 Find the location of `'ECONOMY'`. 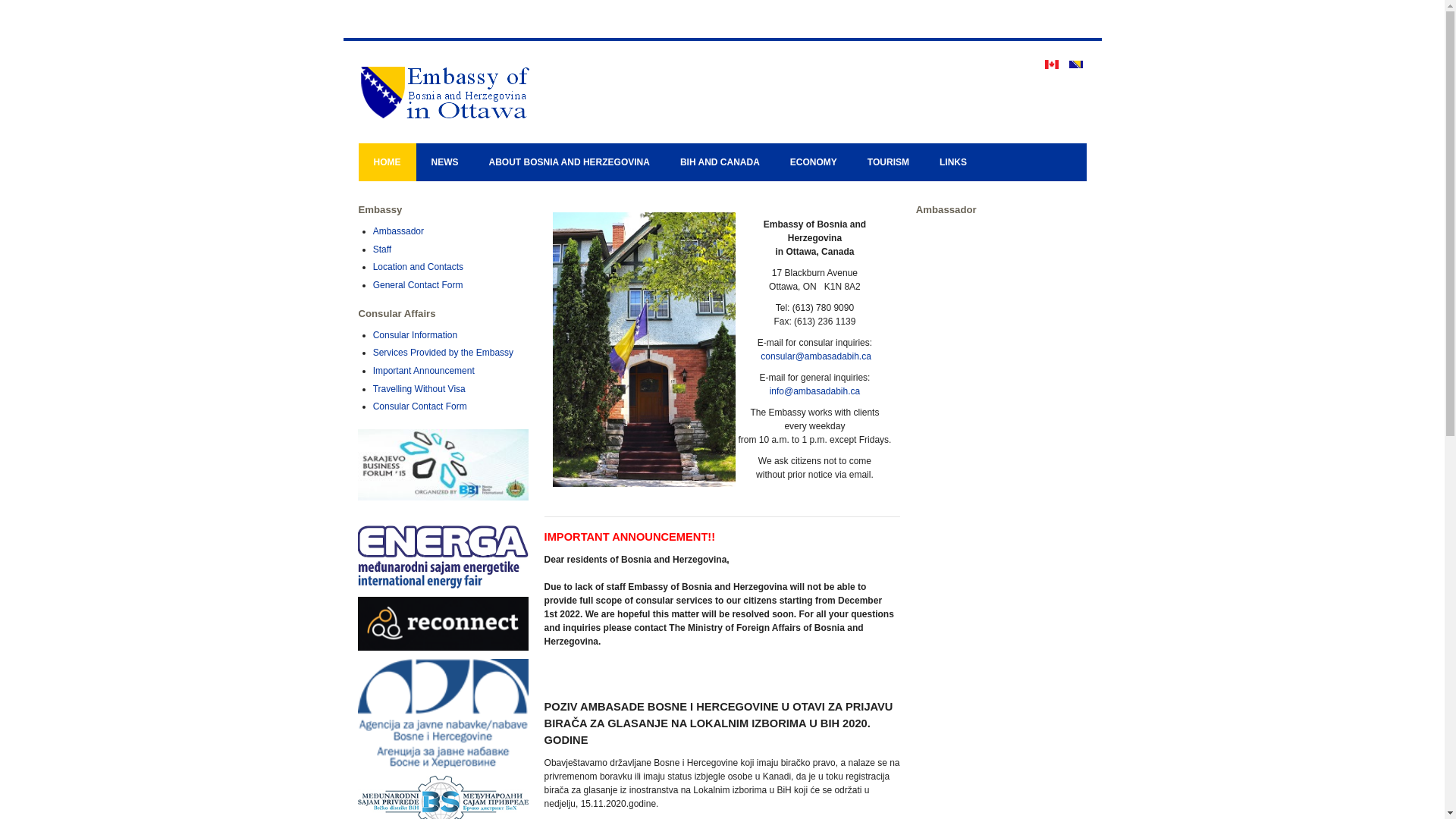

'ECONOMY' is located at coordinates (813, 162).